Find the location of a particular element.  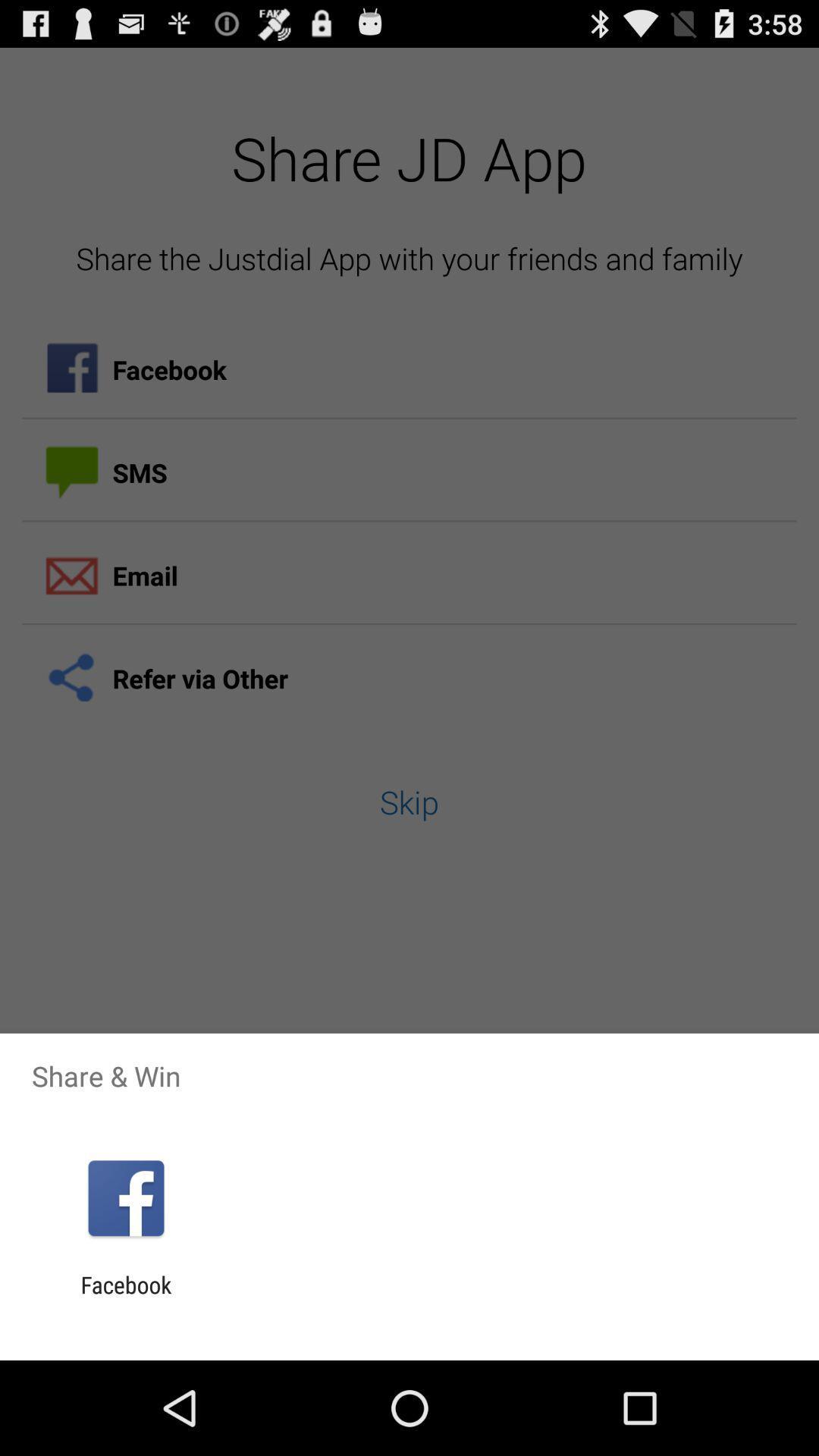

icon above the facebook icon is located at coordinates (125, 1197).